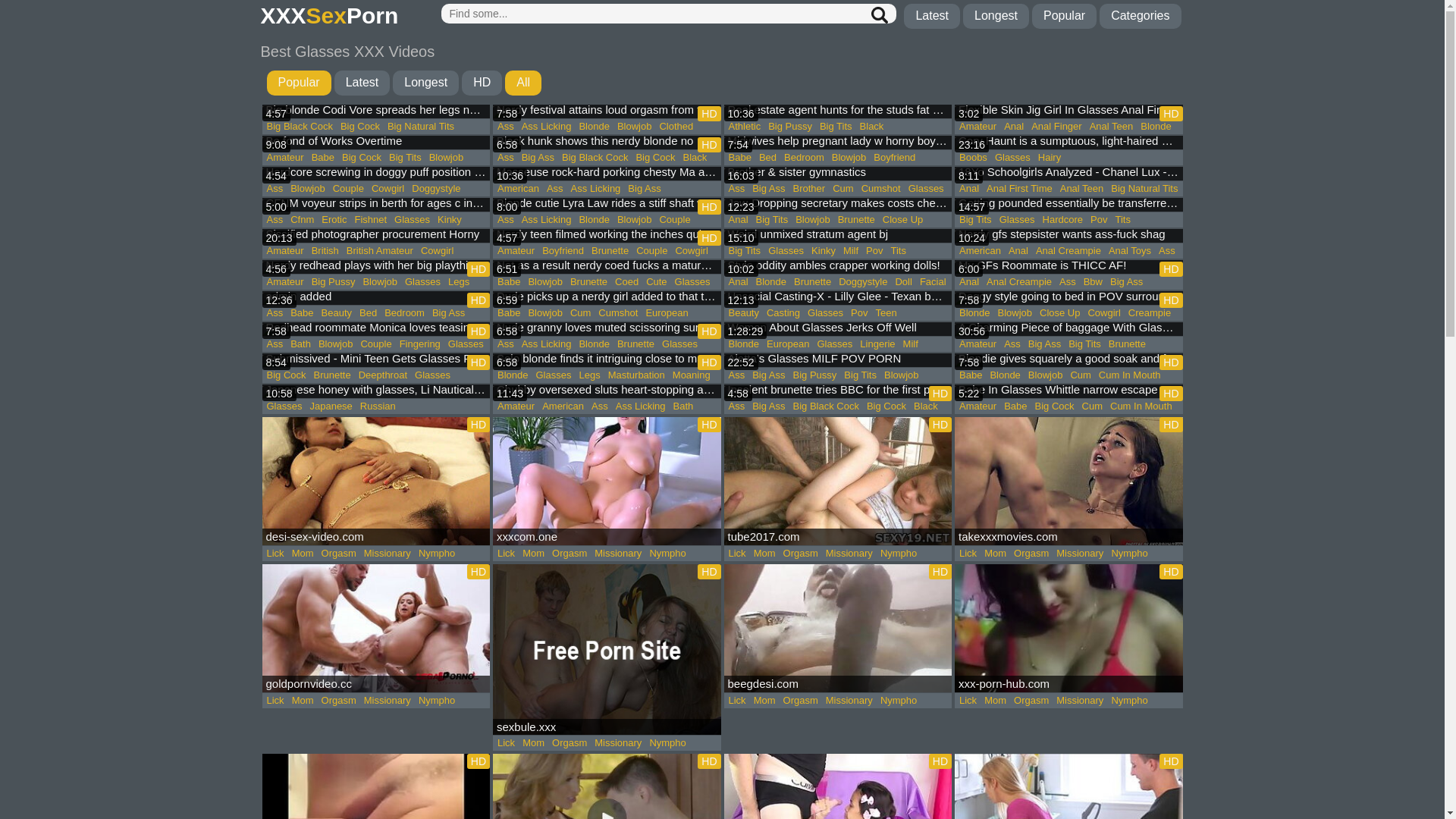  Describe the element at coordinates (546, 125) in the screenshot. I see `'Ass Licking'` at that location.